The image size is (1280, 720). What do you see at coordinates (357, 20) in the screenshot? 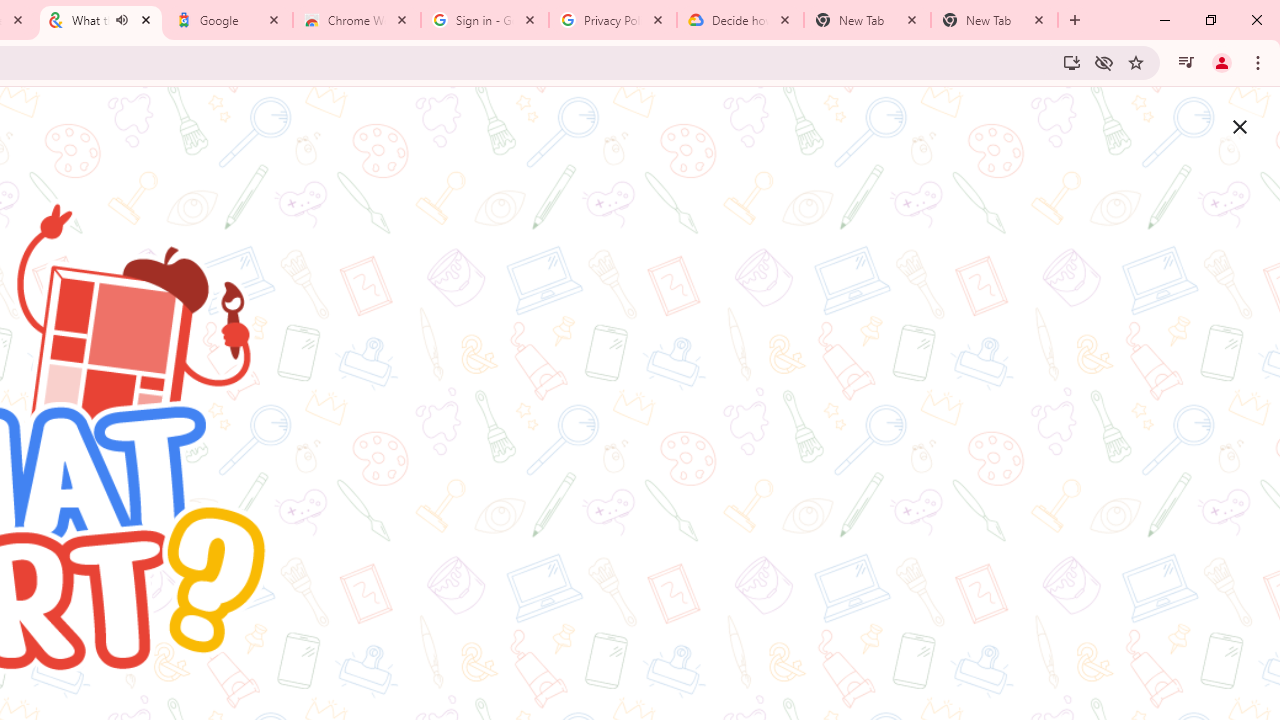
I see `'Chrome Web Store - Color themes by Chrome'` at bounding box center [357, 20].